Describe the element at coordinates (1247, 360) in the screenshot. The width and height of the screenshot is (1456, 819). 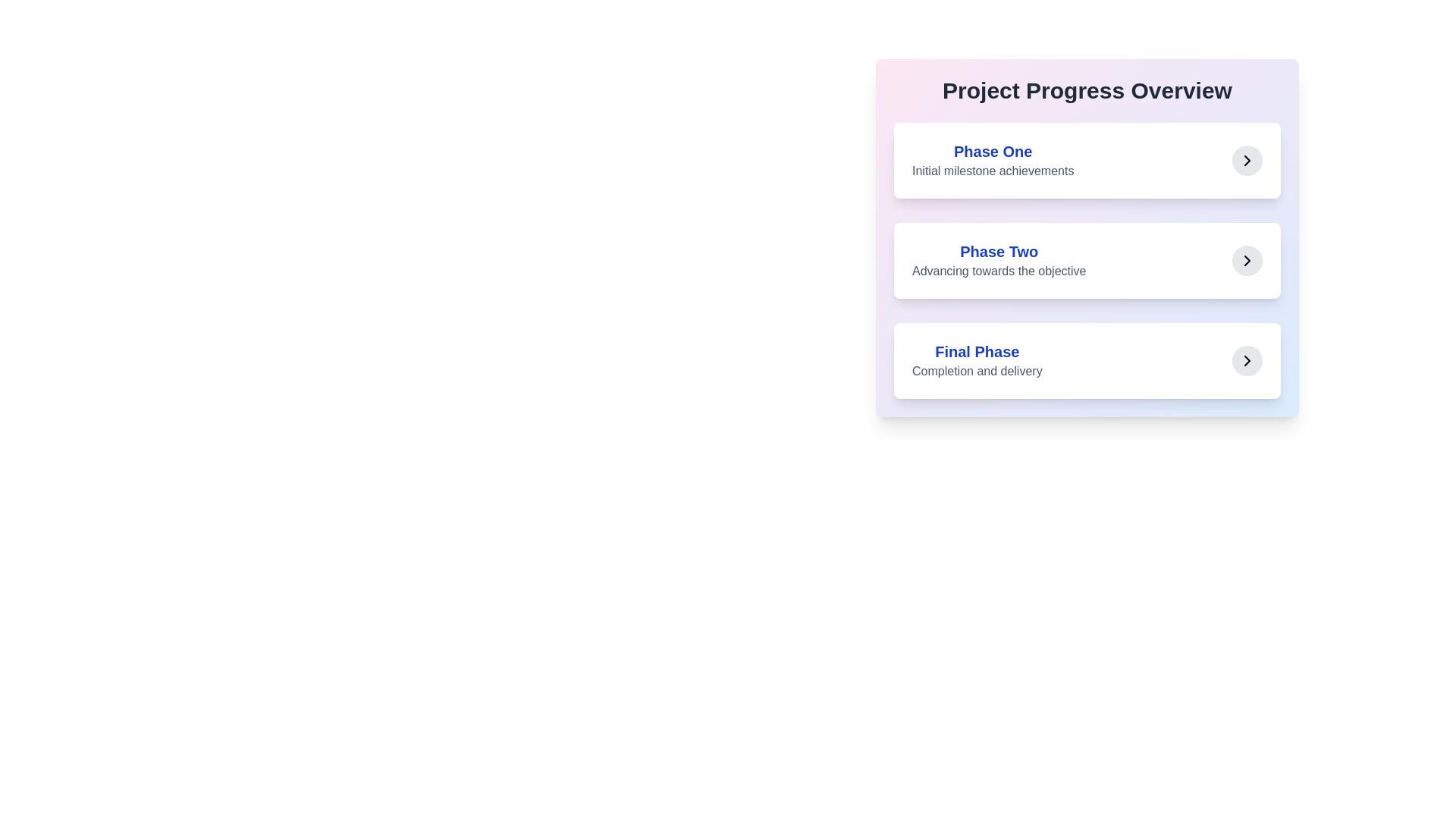
I see `the circular gray button with a black rightward chevron icon, located on the far right of the 'Final Phase' row in the 'Project Progress Overview' card` at that location.